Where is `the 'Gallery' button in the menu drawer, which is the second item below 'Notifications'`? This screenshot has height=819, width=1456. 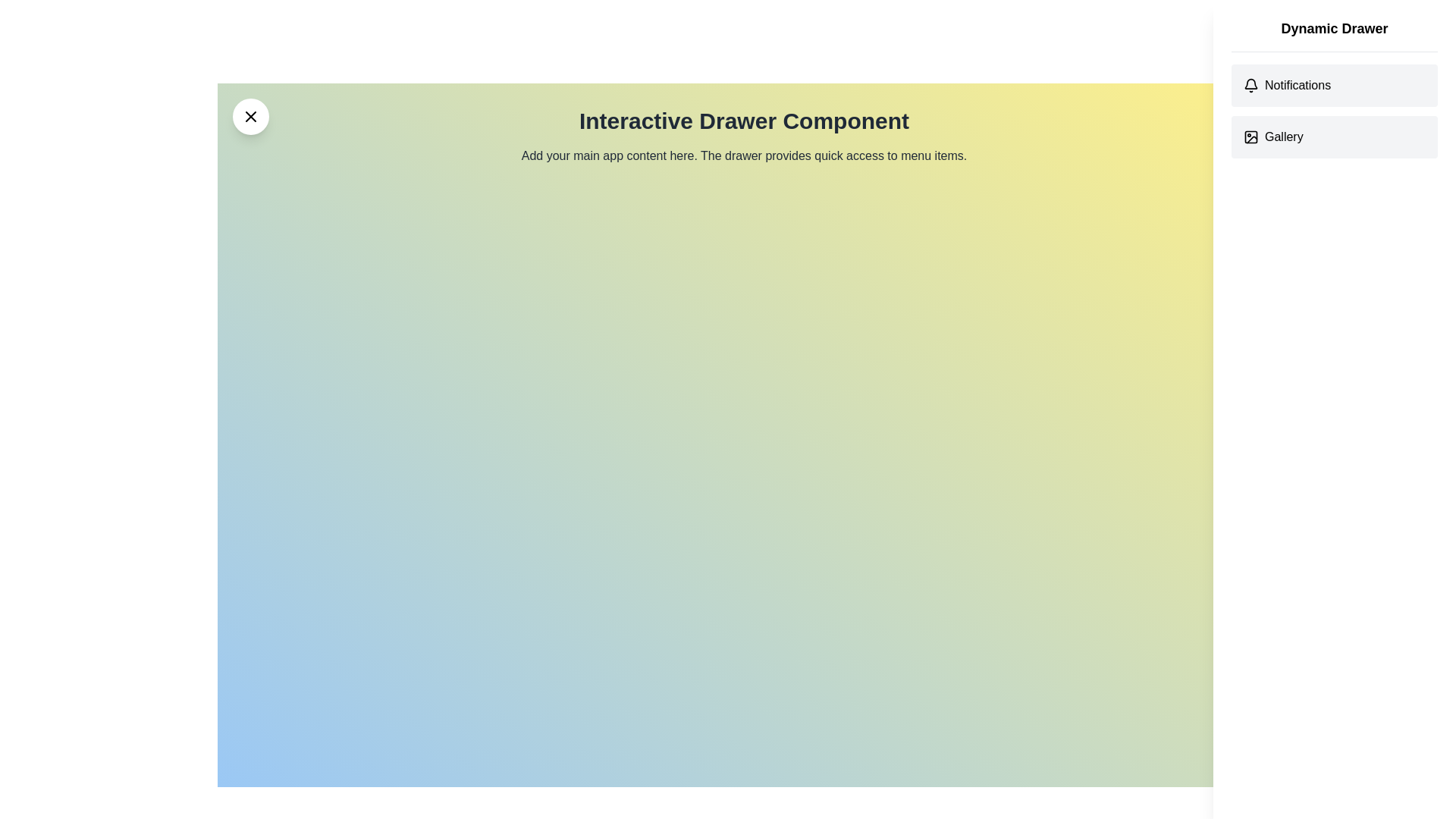
the 'Gallery' button in the menu drawer, which is the second item below 'Notifications' is located at coordinates (1335, 137).